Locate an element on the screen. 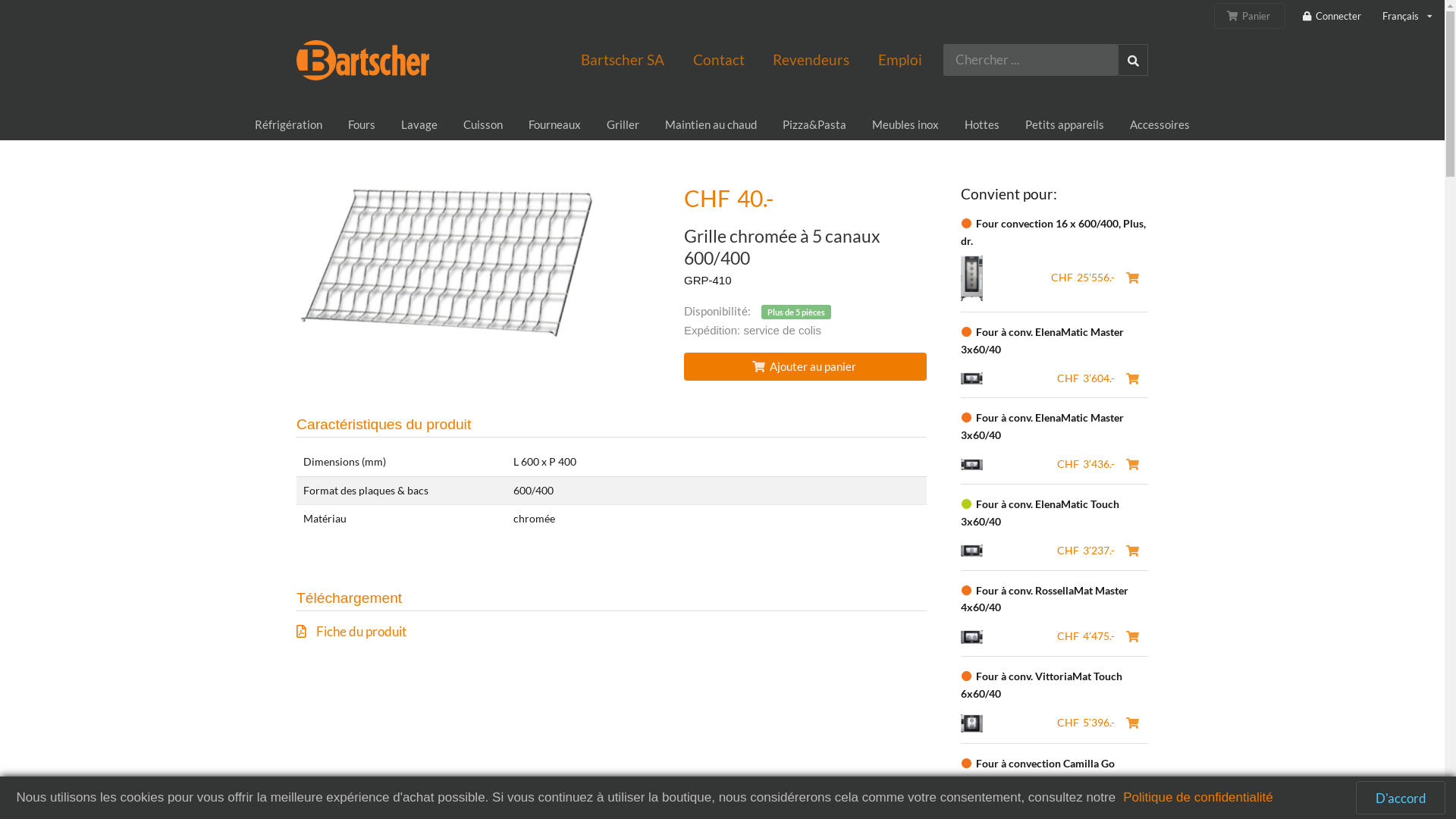 This screenshot has width=1456, height=819. 'Meubles inox' is located at coordinates (858, 124).